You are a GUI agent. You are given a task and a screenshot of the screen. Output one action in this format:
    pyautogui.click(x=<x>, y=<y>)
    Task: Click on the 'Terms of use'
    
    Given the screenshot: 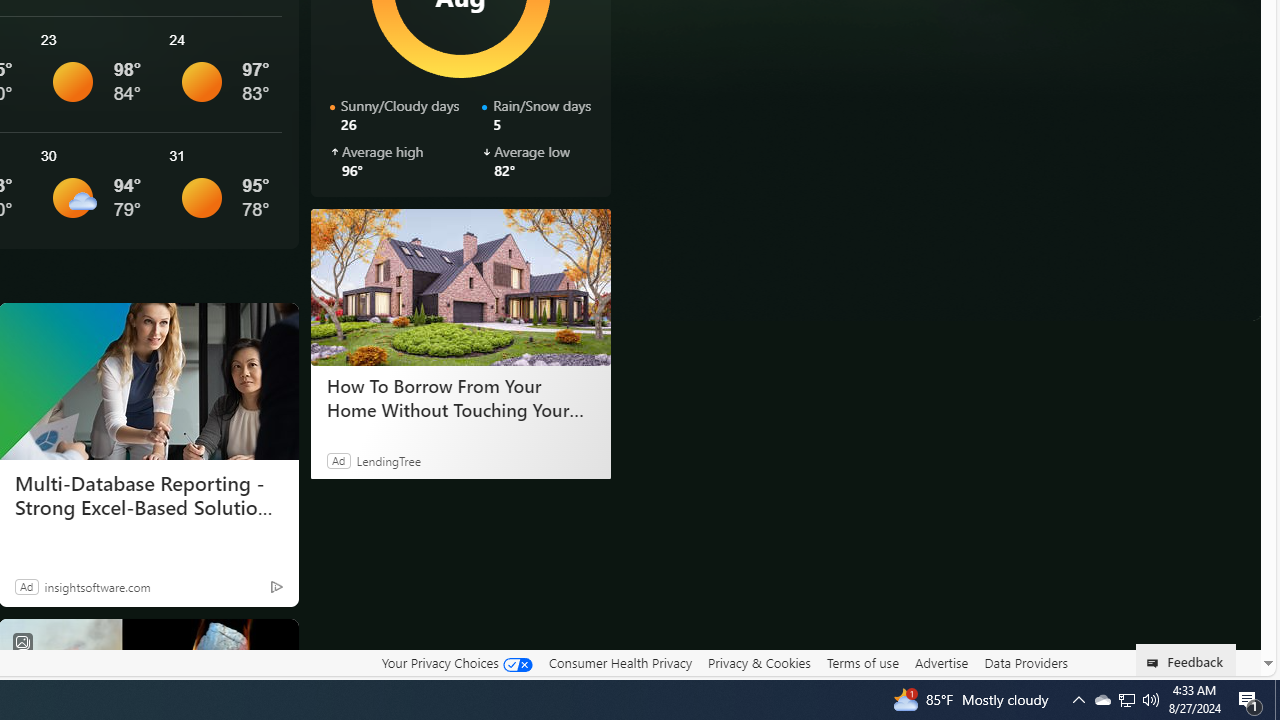 What is the action you would take?
    pyautogui.click(x=862, y=663)
    